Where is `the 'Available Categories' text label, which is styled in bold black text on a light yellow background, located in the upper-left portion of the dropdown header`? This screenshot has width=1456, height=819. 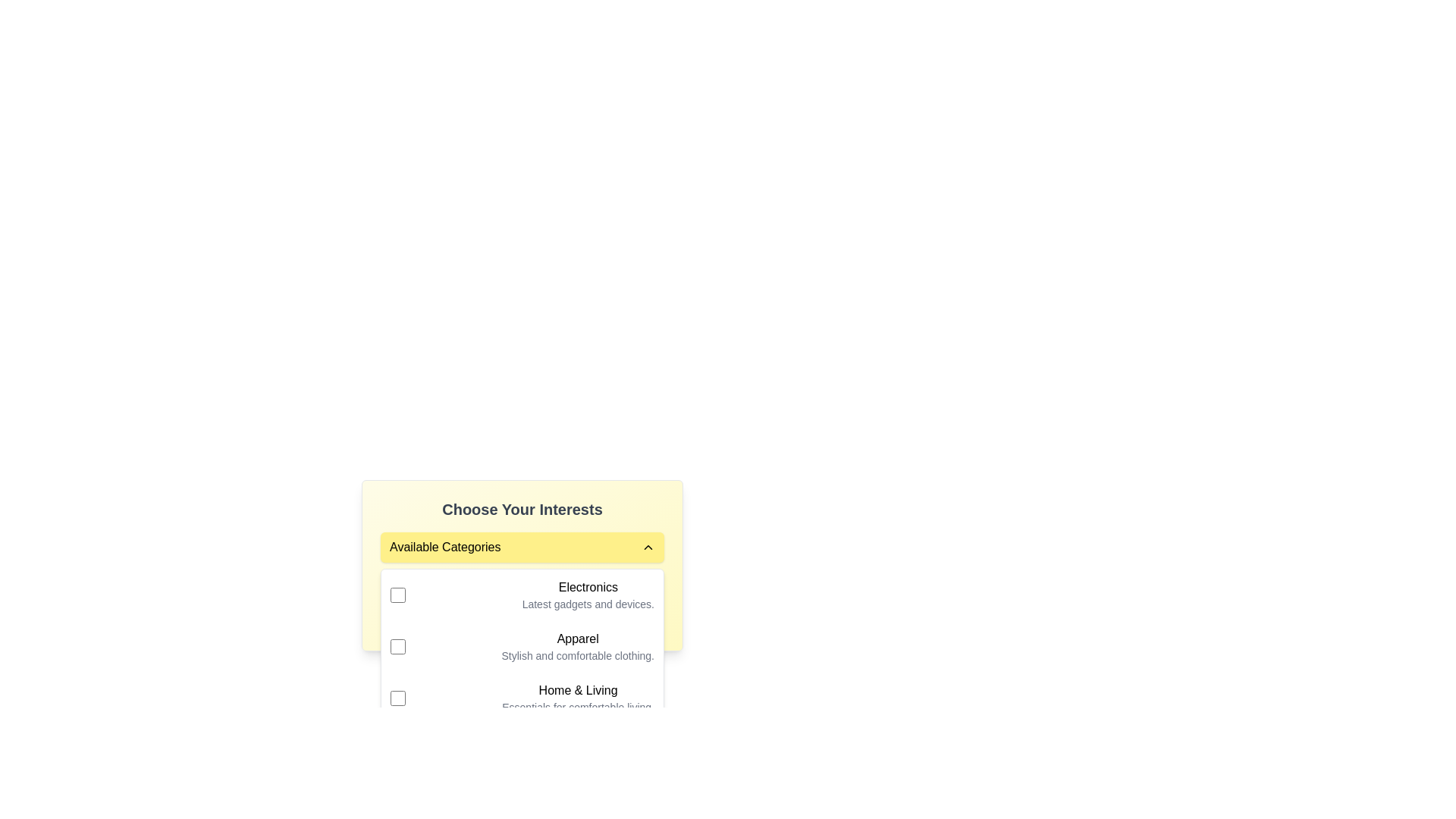 the 'Available Categories' text label, which is styled in bold black text on a light yellow background, located in the upper-left portion of the dropdown header is located at coordinates (444, 547).